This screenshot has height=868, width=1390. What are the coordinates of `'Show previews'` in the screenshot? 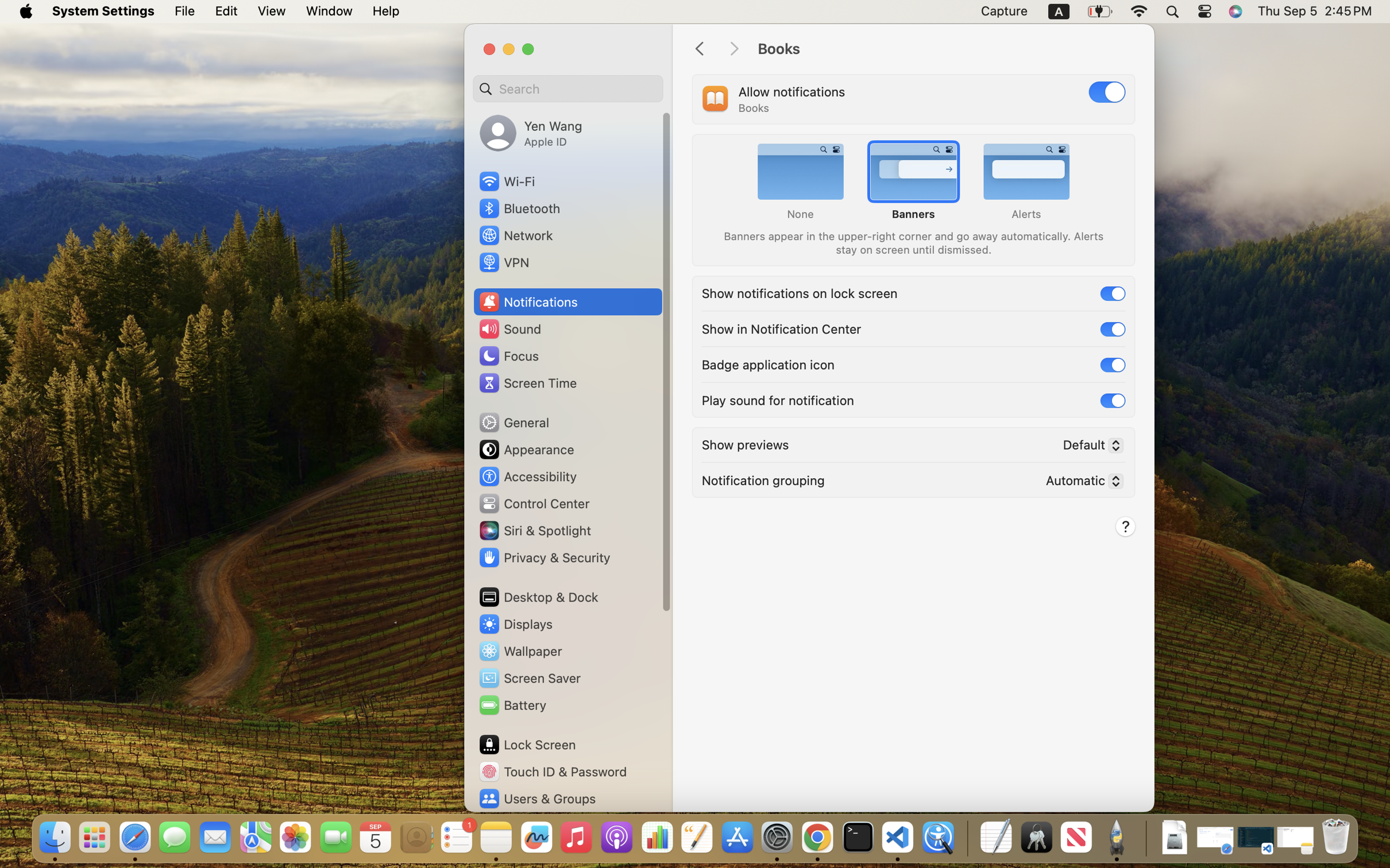 It's located at (745, 443).